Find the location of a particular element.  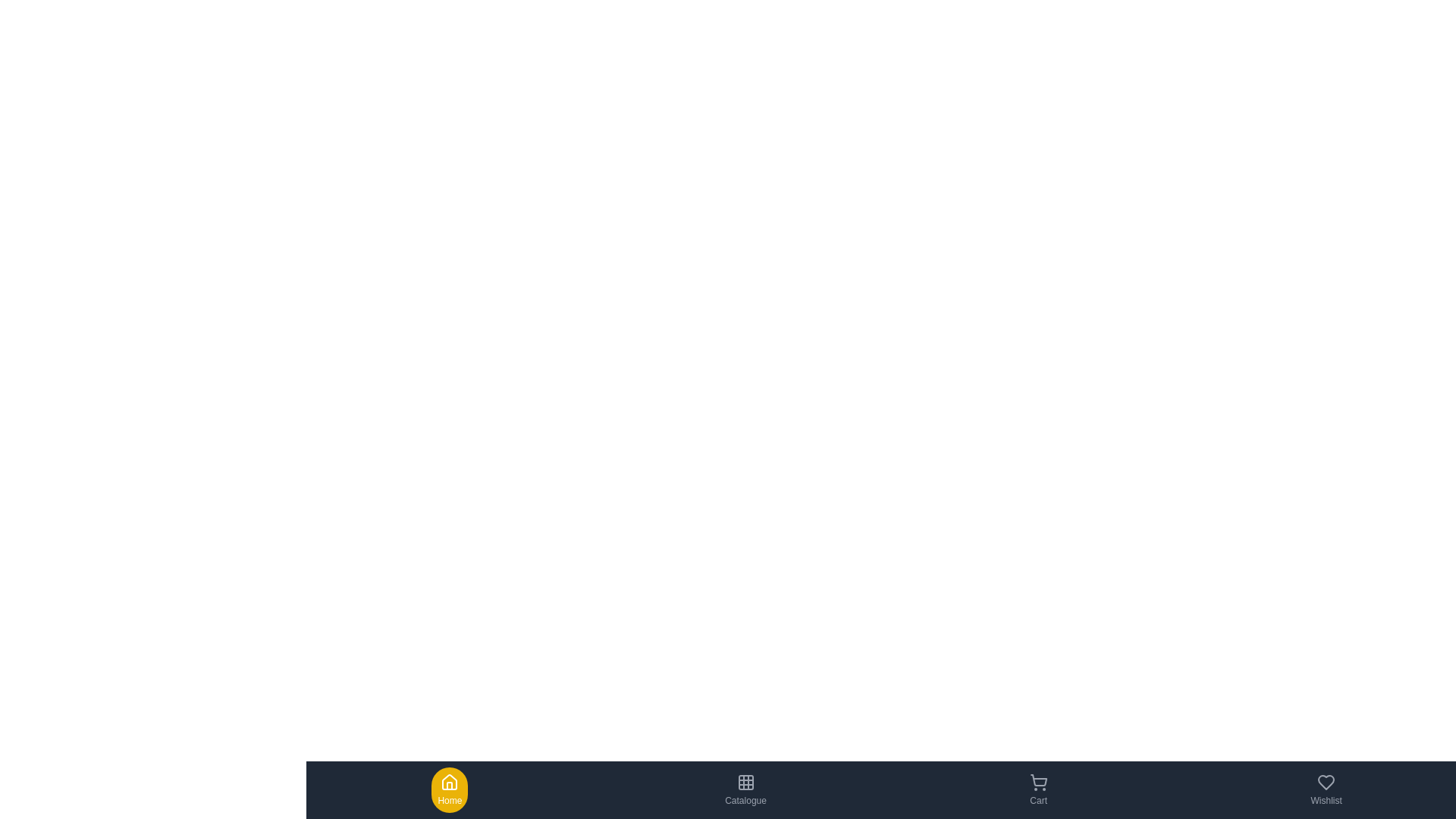

the button labeled Catalogue to observe its hover effect is located at coordinates (745, 789).